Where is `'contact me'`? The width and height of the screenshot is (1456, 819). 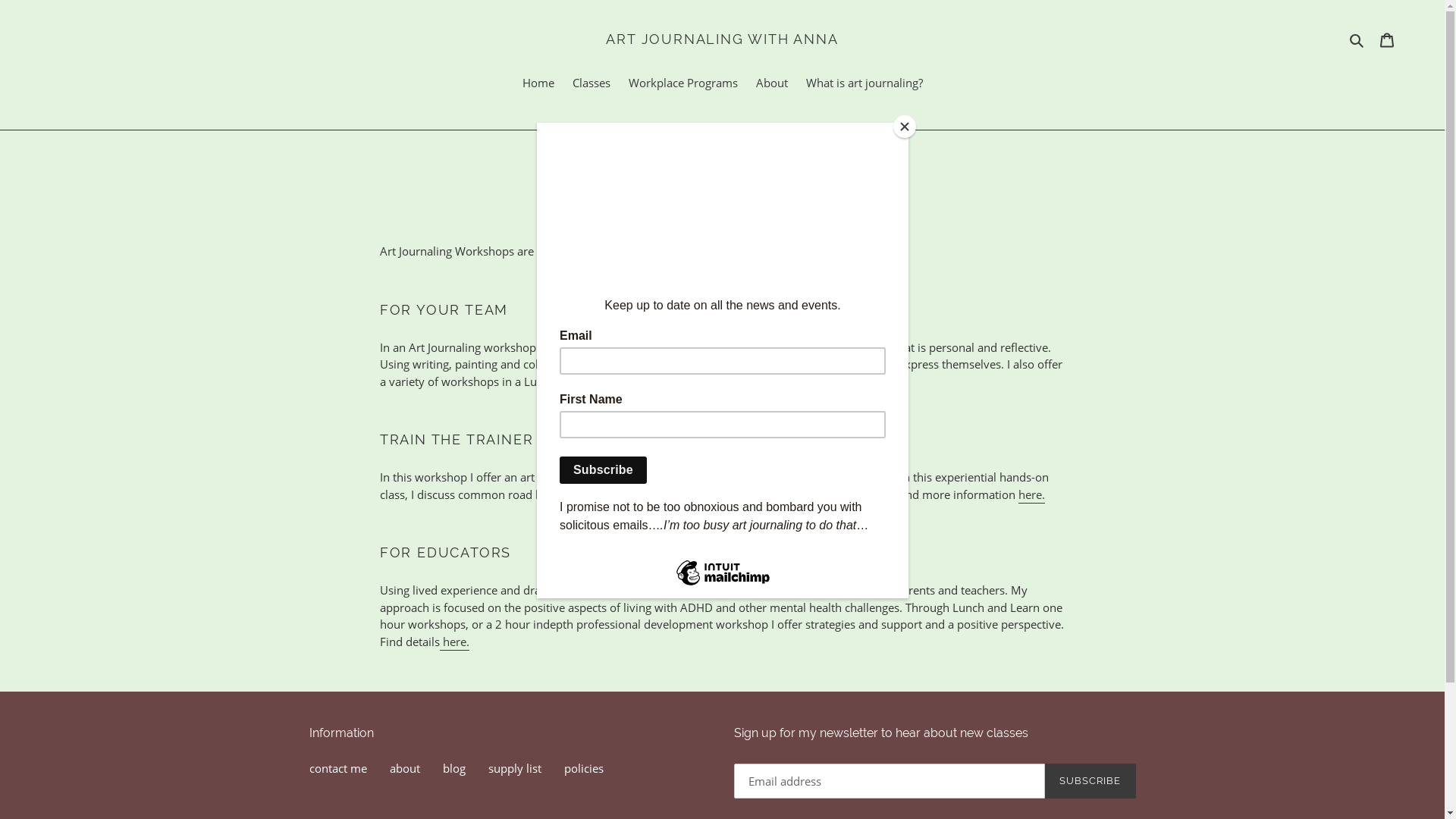 'contact me' is located at coordinates (337, 768).